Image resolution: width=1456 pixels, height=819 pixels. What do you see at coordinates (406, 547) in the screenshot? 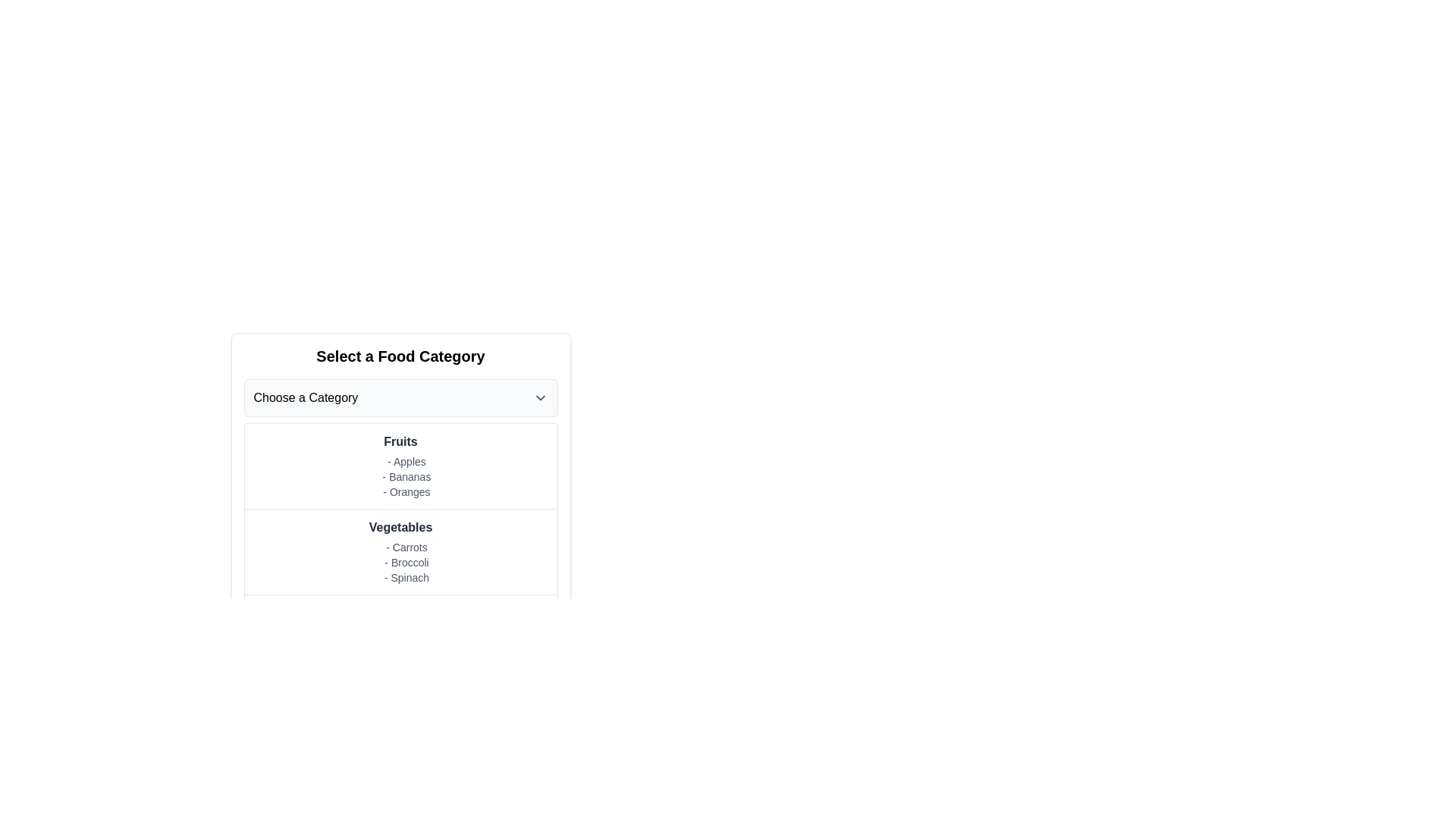
I see `the first list entry representing 'Carrots' in the vegetable selection interface, located under the 'Vegetables' category` at bounding box center [406, 547].